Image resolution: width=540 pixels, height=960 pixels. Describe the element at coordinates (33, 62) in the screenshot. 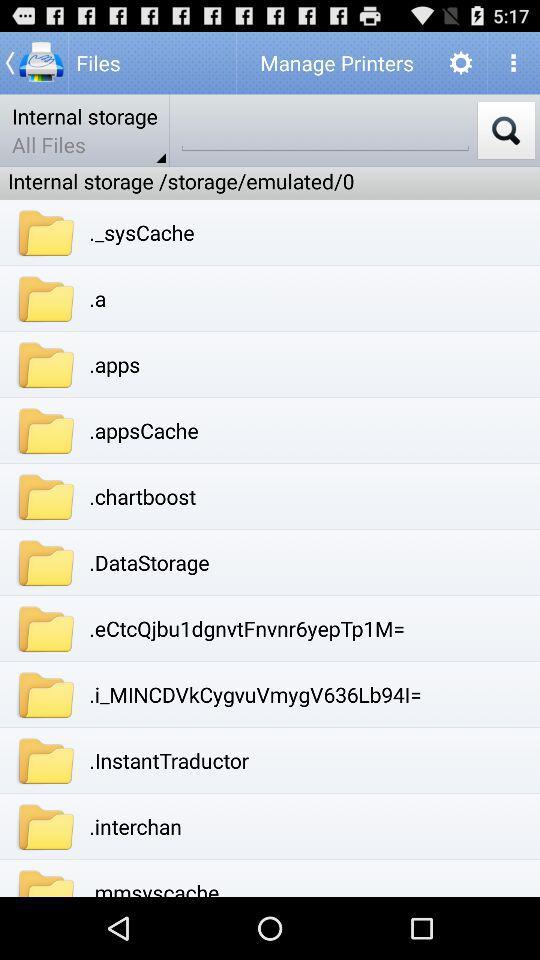

I see `icon above the internal storage app` at that location.